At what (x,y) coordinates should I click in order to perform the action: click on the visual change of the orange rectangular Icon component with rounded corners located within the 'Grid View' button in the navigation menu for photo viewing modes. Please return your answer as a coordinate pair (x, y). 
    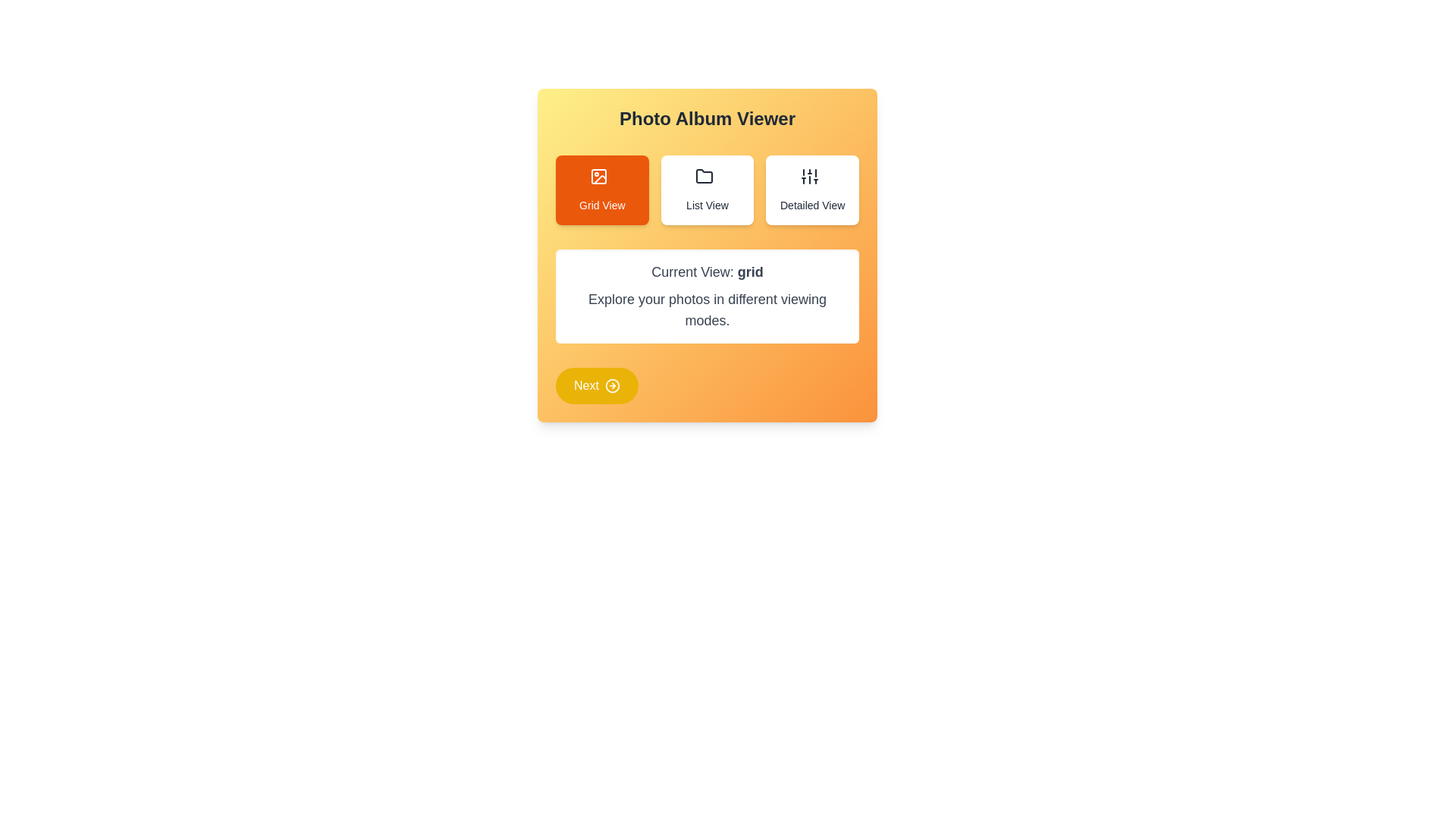
    Looking at the image, I should click on (598, 175).